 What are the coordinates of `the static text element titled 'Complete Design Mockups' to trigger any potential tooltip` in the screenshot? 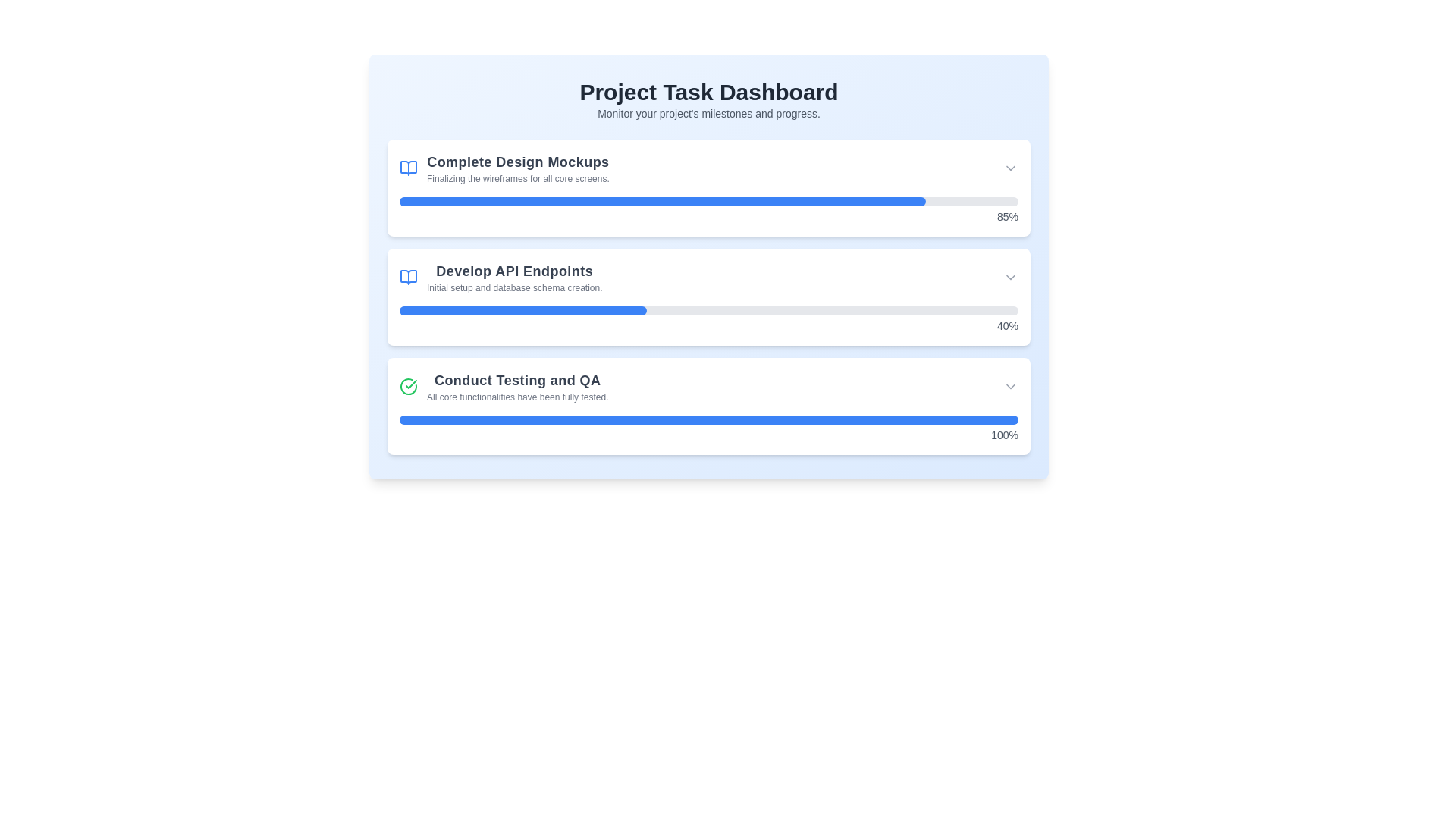 It's located at (518, 168).